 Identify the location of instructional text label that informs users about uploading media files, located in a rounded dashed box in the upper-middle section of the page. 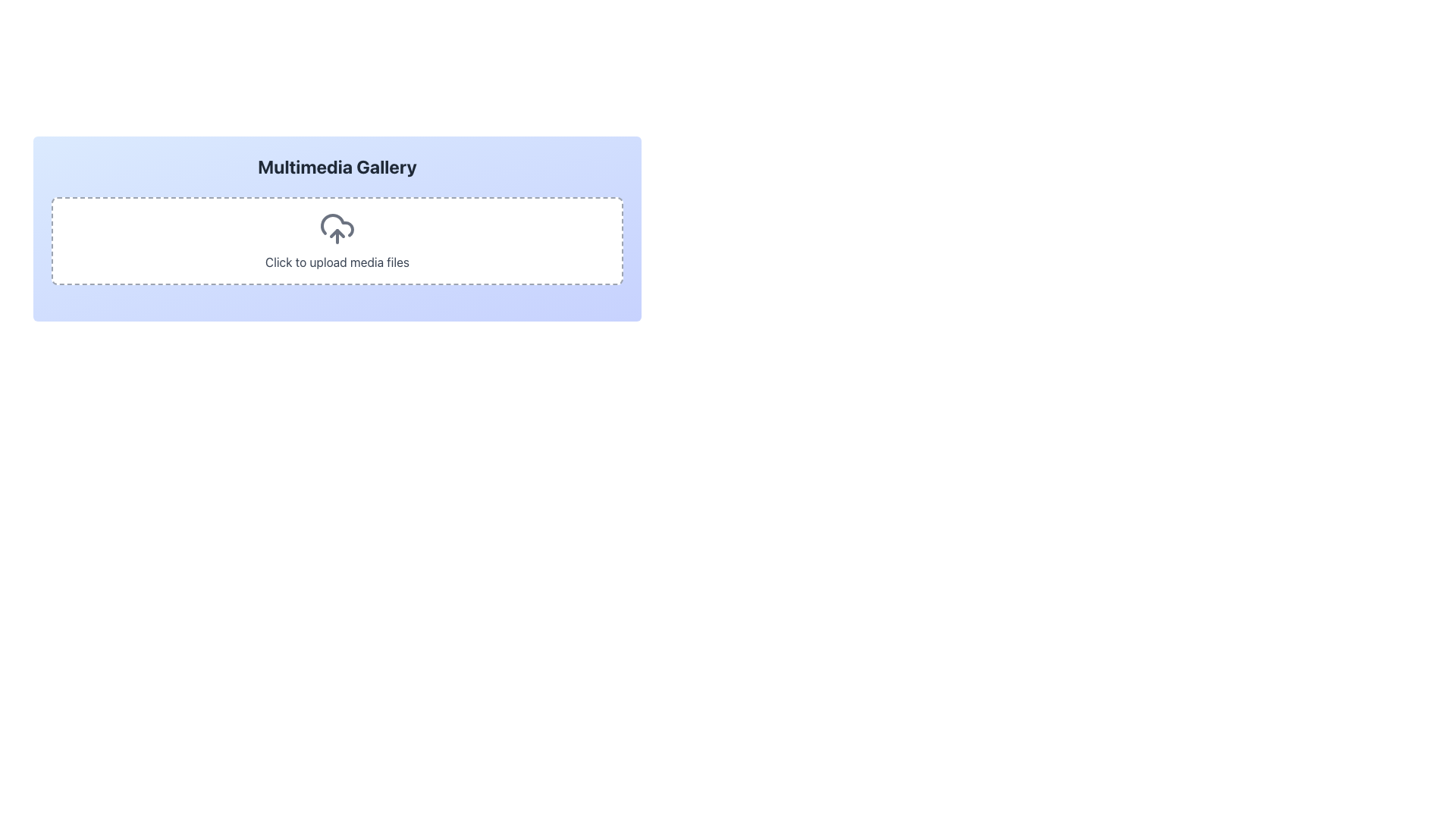
(337, 262).